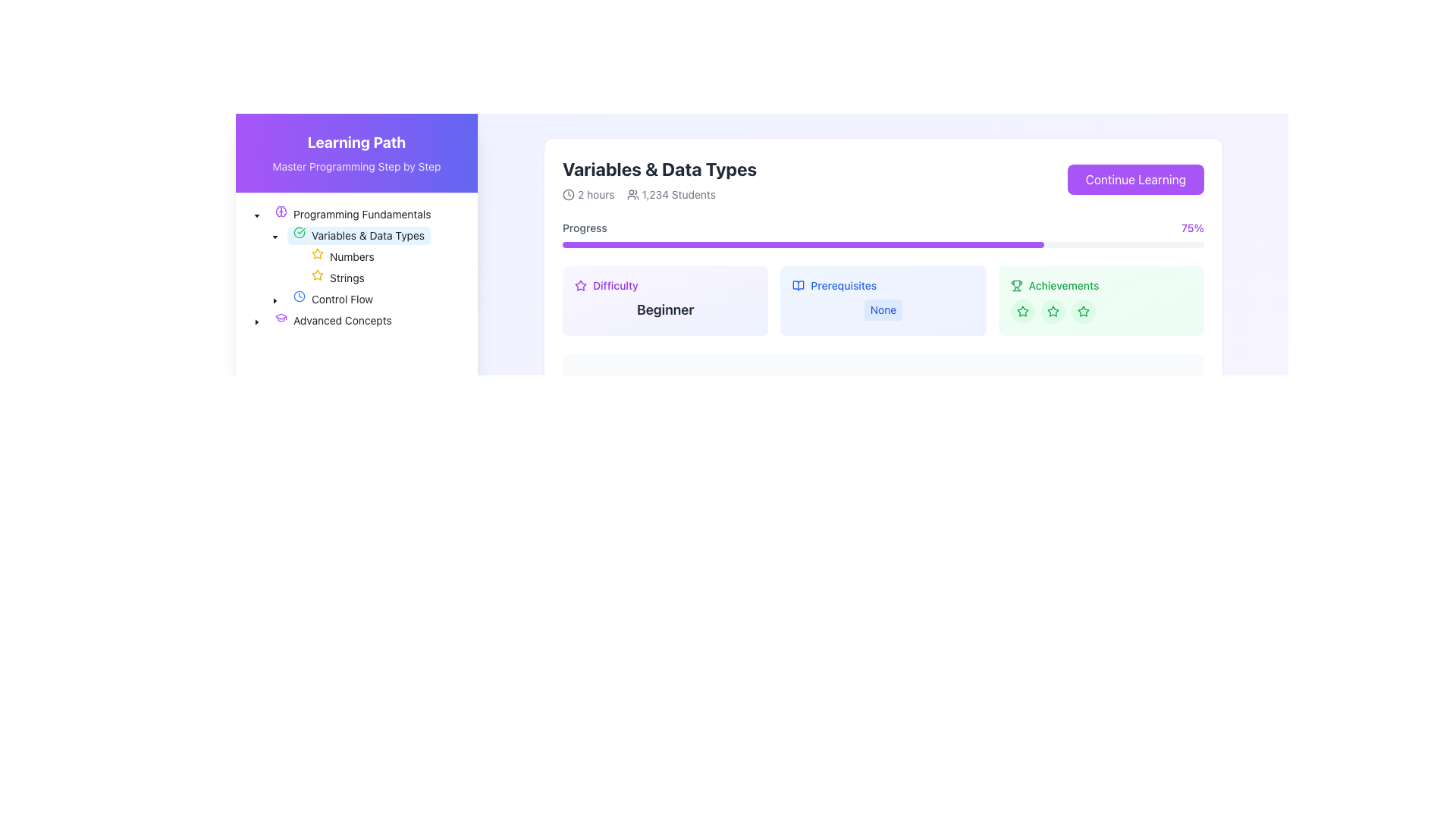 The width and height of the screenshot is (1456, 819). I want to click on static text label indicating the difficulty level of the task, which is located below a smaller 'Difficulty' label in the right half of the card, so click(665, 309).